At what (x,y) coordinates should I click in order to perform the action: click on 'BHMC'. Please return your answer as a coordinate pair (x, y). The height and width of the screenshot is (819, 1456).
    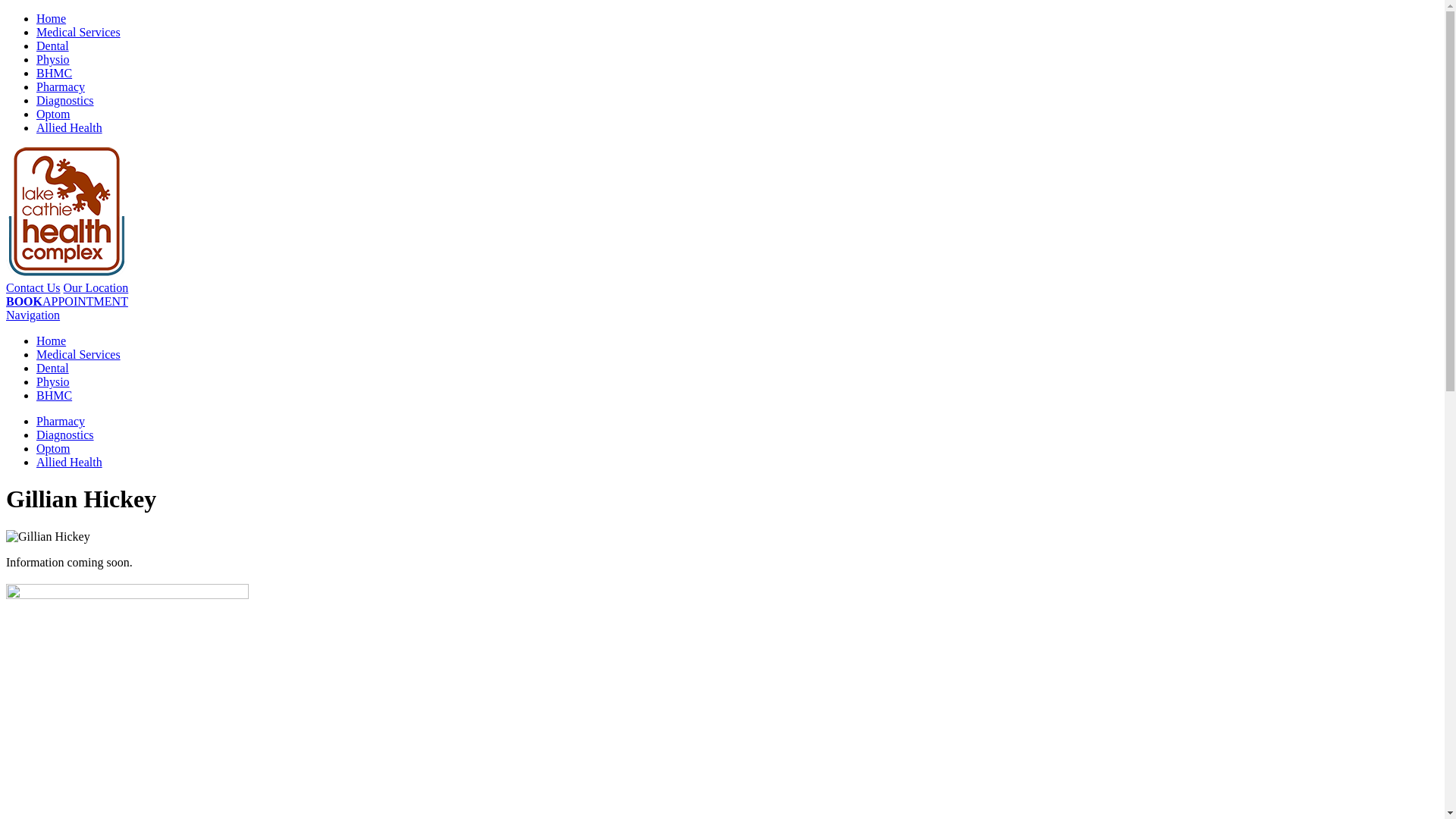
    Looking at the image, I should click on (54, 73).